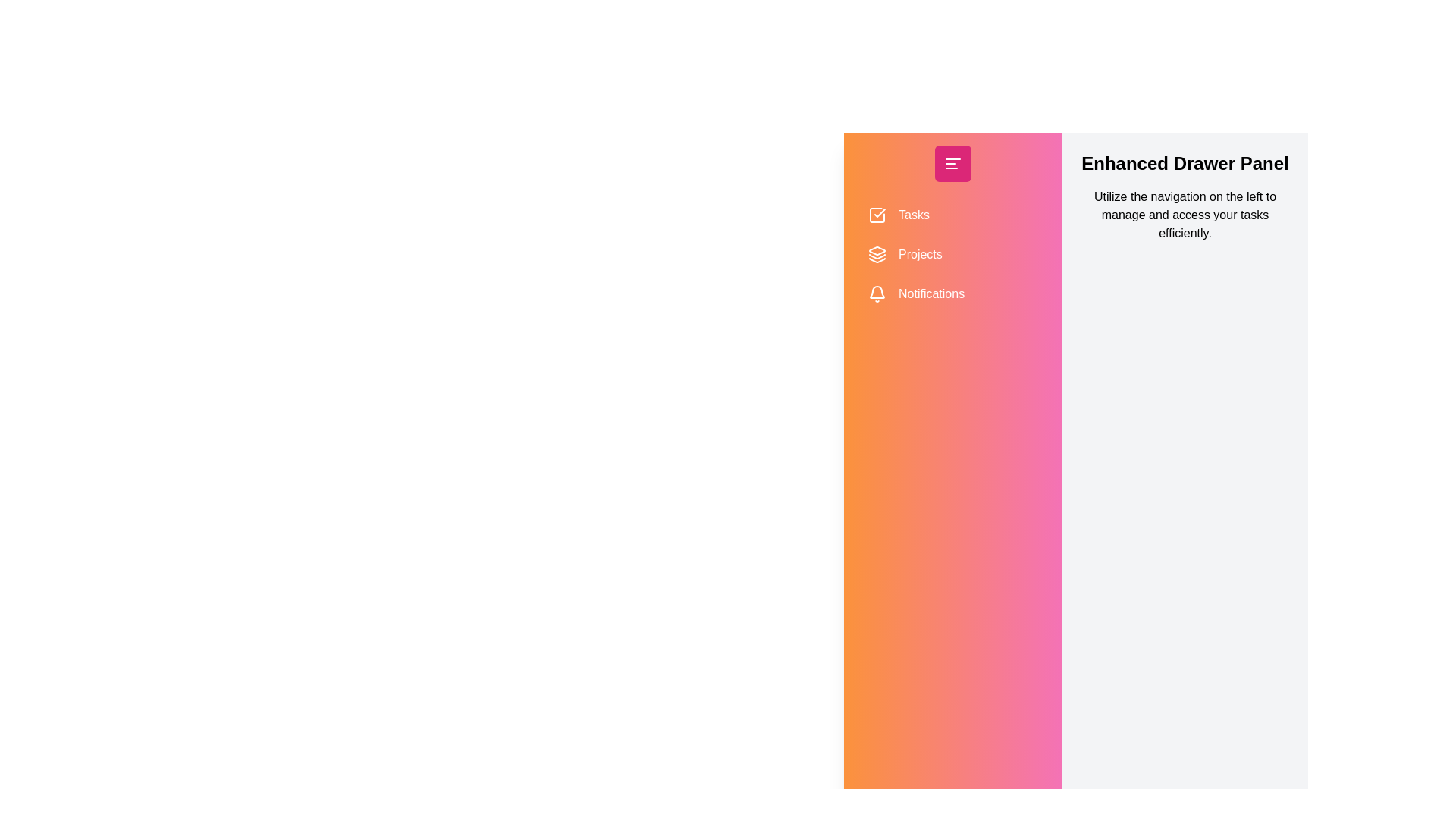 The height and width of the screenshot is (819, 1456). I want to click on the toggle button to change the drawer's state, so click(952, 164).